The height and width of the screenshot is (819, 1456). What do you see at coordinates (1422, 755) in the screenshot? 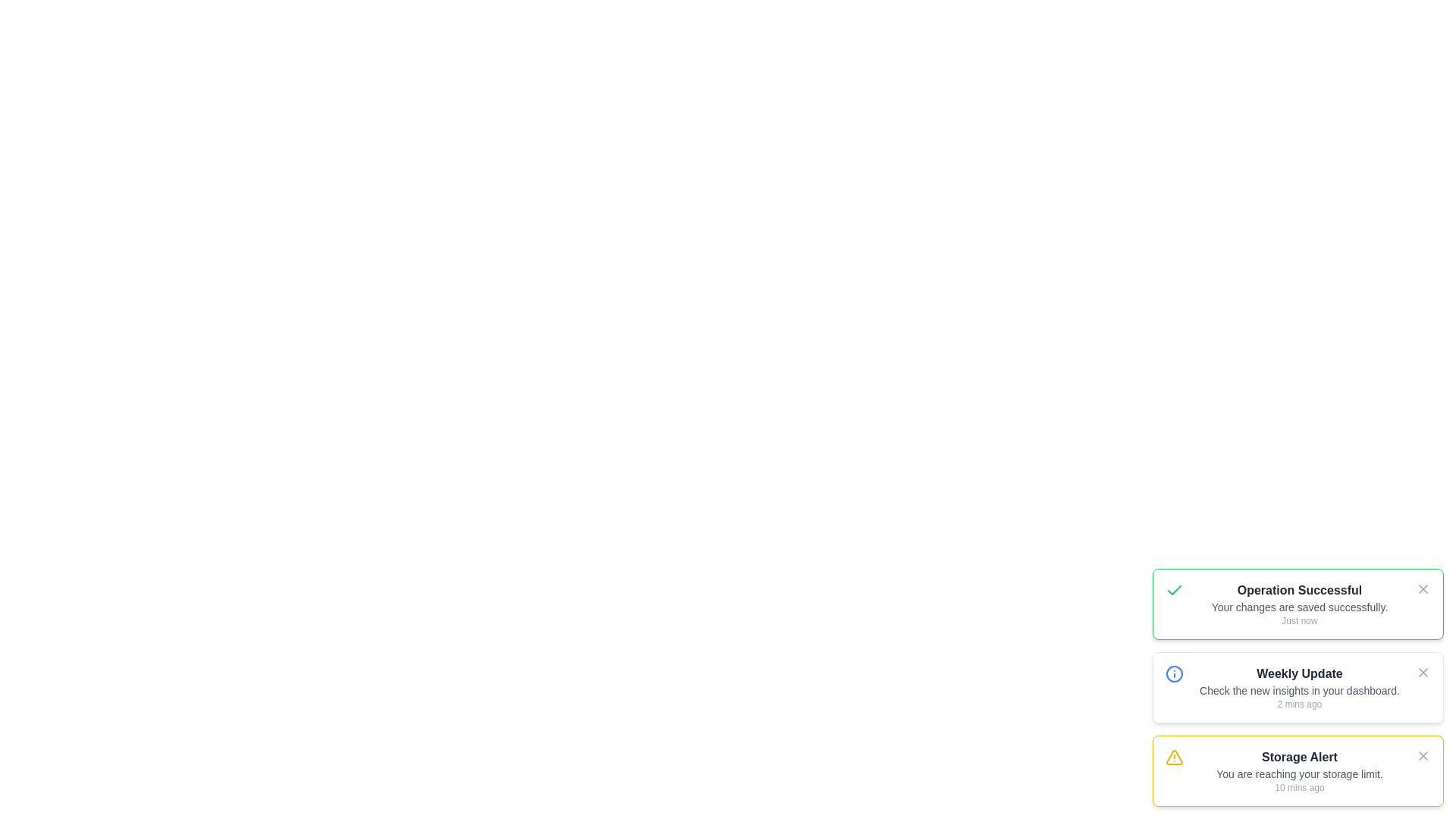
I see `the 'X' button located in the top-right corner of the 'Storage Alert' notification card` at bounding box center [1422, 755].